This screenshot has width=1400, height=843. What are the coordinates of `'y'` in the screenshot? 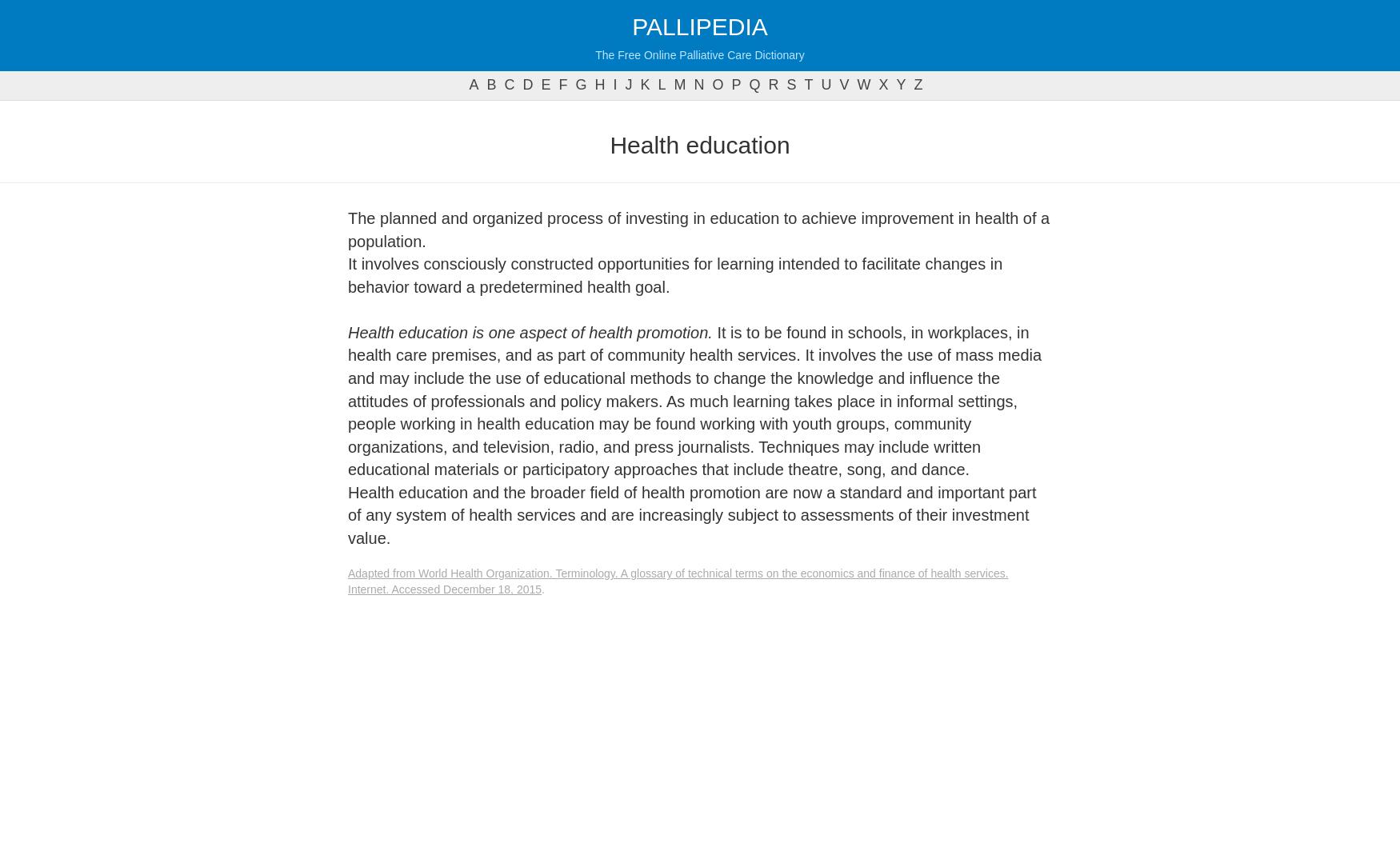 It's located at (900, 85).